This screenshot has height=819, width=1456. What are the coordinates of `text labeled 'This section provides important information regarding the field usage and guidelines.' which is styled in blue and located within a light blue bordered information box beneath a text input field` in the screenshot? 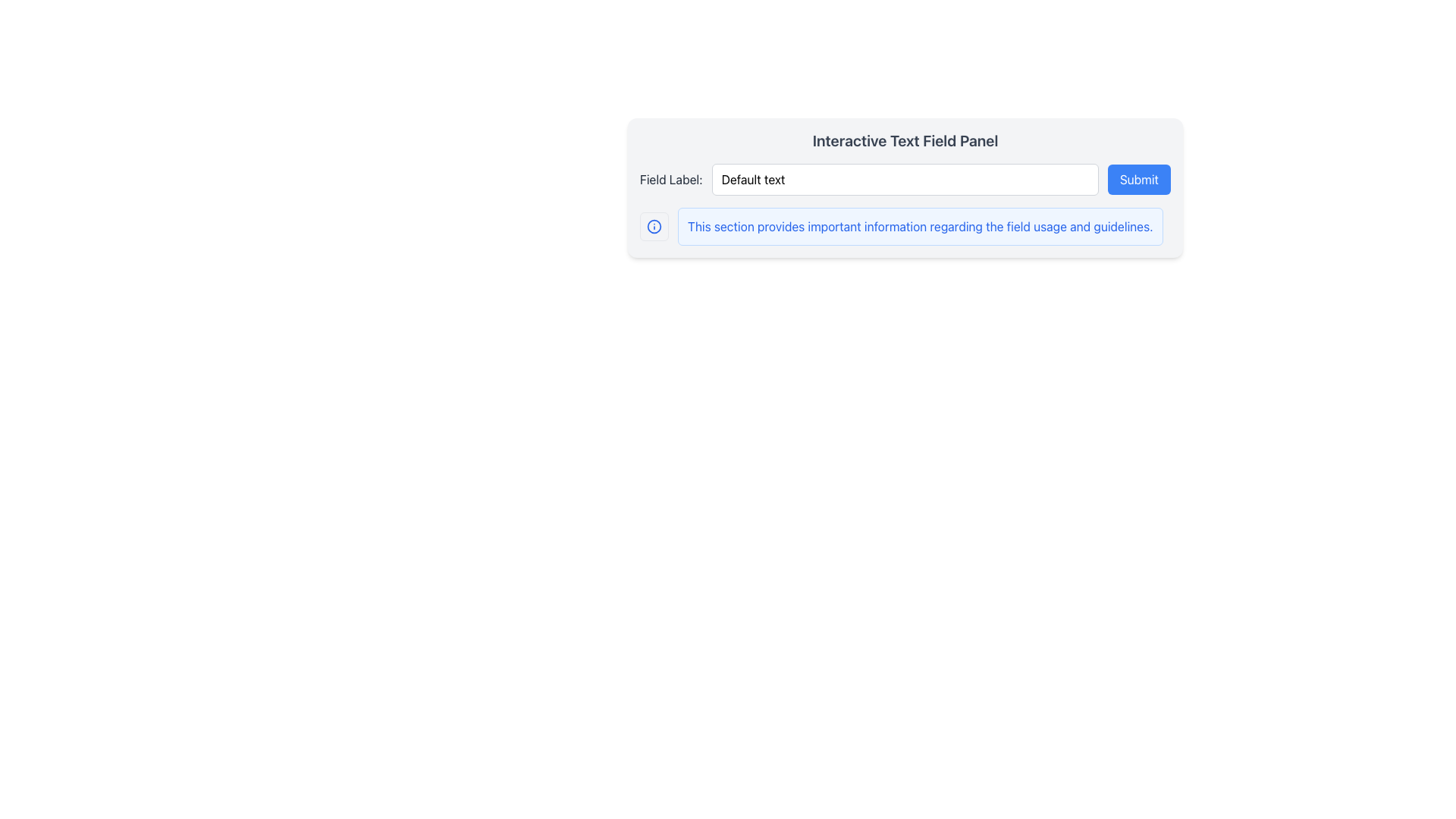 It's located at (919, 227).